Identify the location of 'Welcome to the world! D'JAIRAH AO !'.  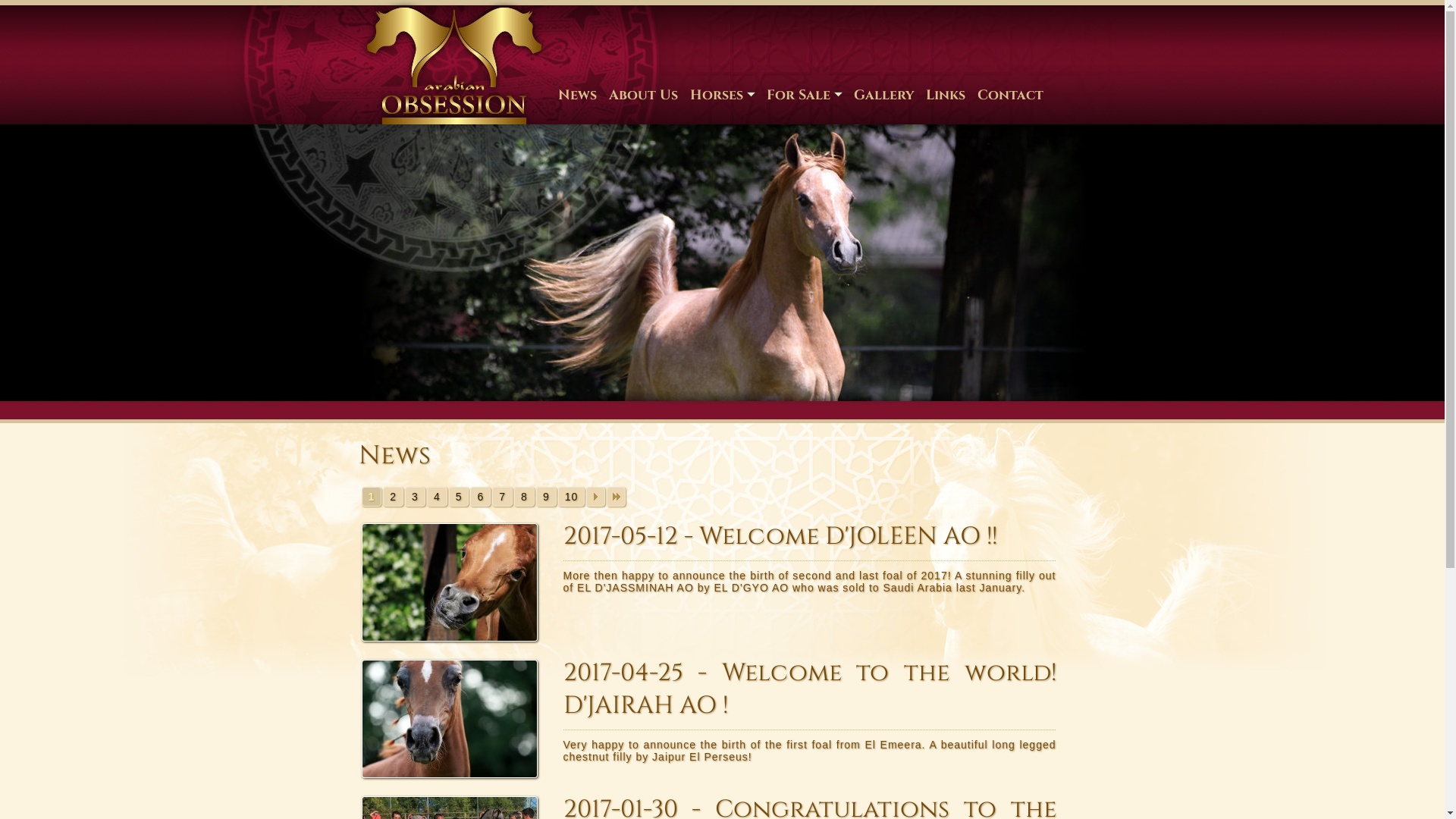
(359, 718).